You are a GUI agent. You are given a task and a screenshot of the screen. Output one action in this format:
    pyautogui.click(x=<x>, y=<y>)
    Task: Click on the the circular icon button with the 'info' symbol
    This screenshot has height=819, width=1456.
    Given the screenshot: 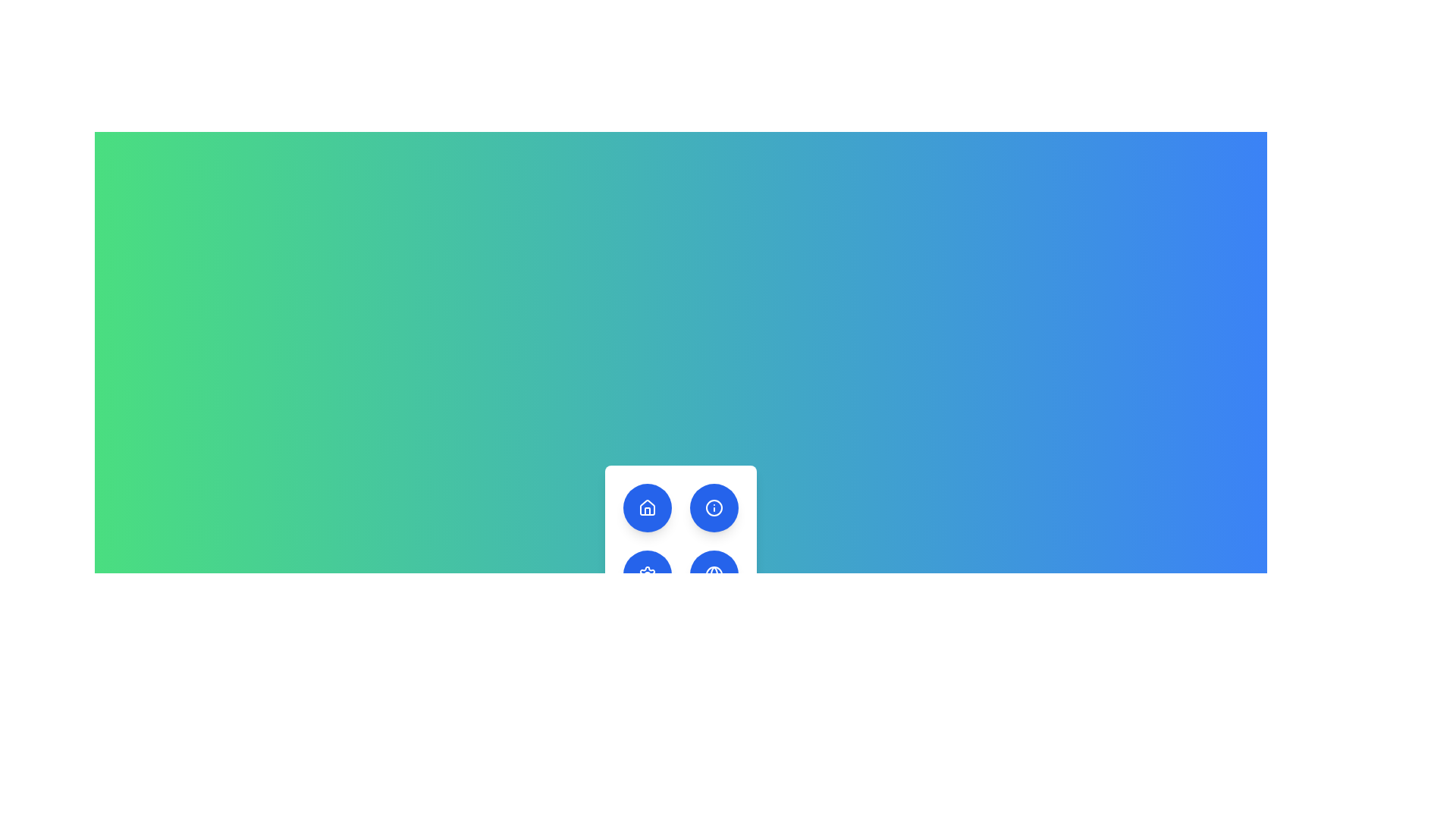 What is the action you would take?
    pyautogui.click(x=713, y=508)
    